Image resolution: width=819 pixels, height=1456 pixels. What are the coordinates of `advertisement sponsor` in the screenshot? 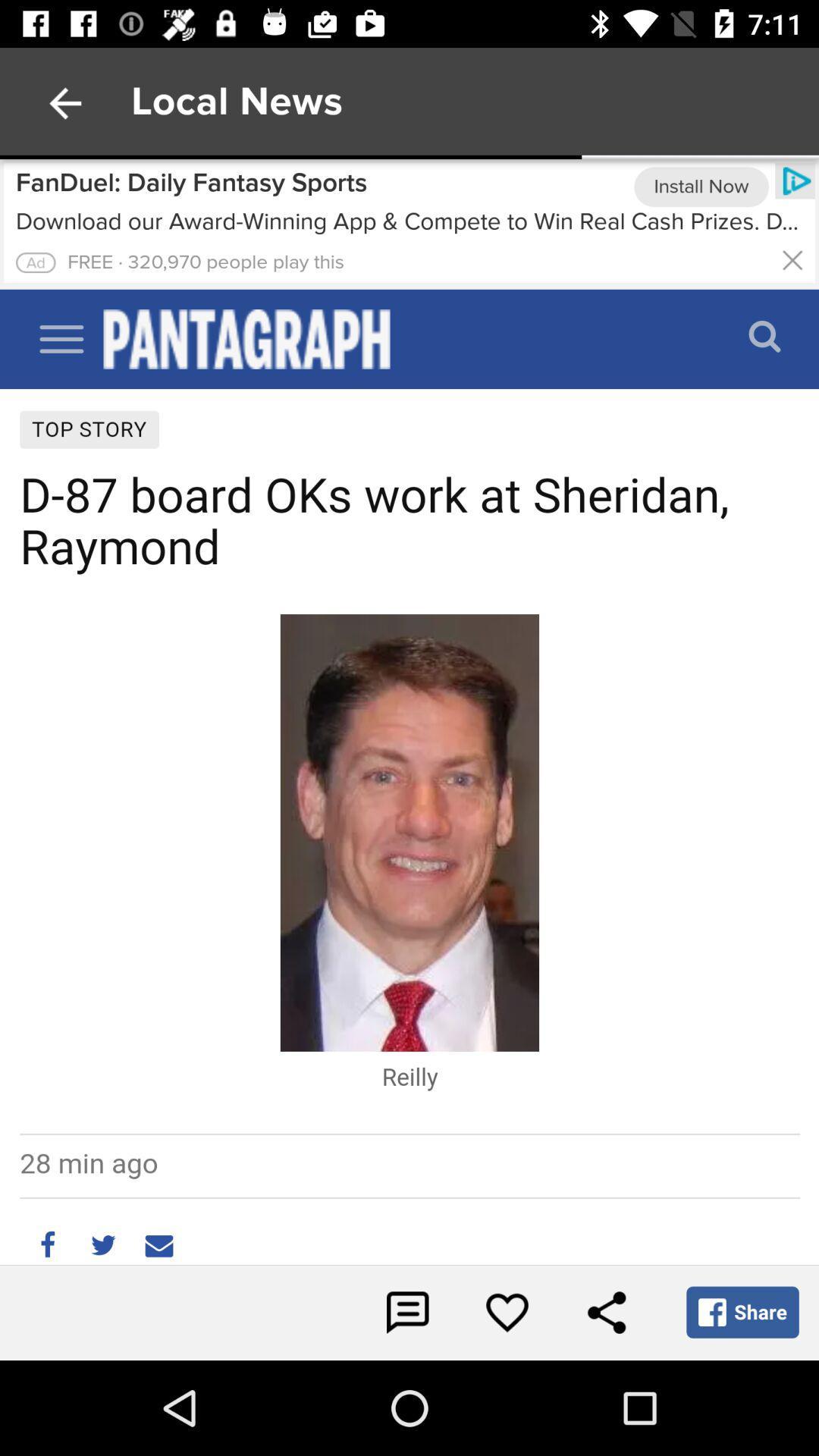 It's located at (409, 223).